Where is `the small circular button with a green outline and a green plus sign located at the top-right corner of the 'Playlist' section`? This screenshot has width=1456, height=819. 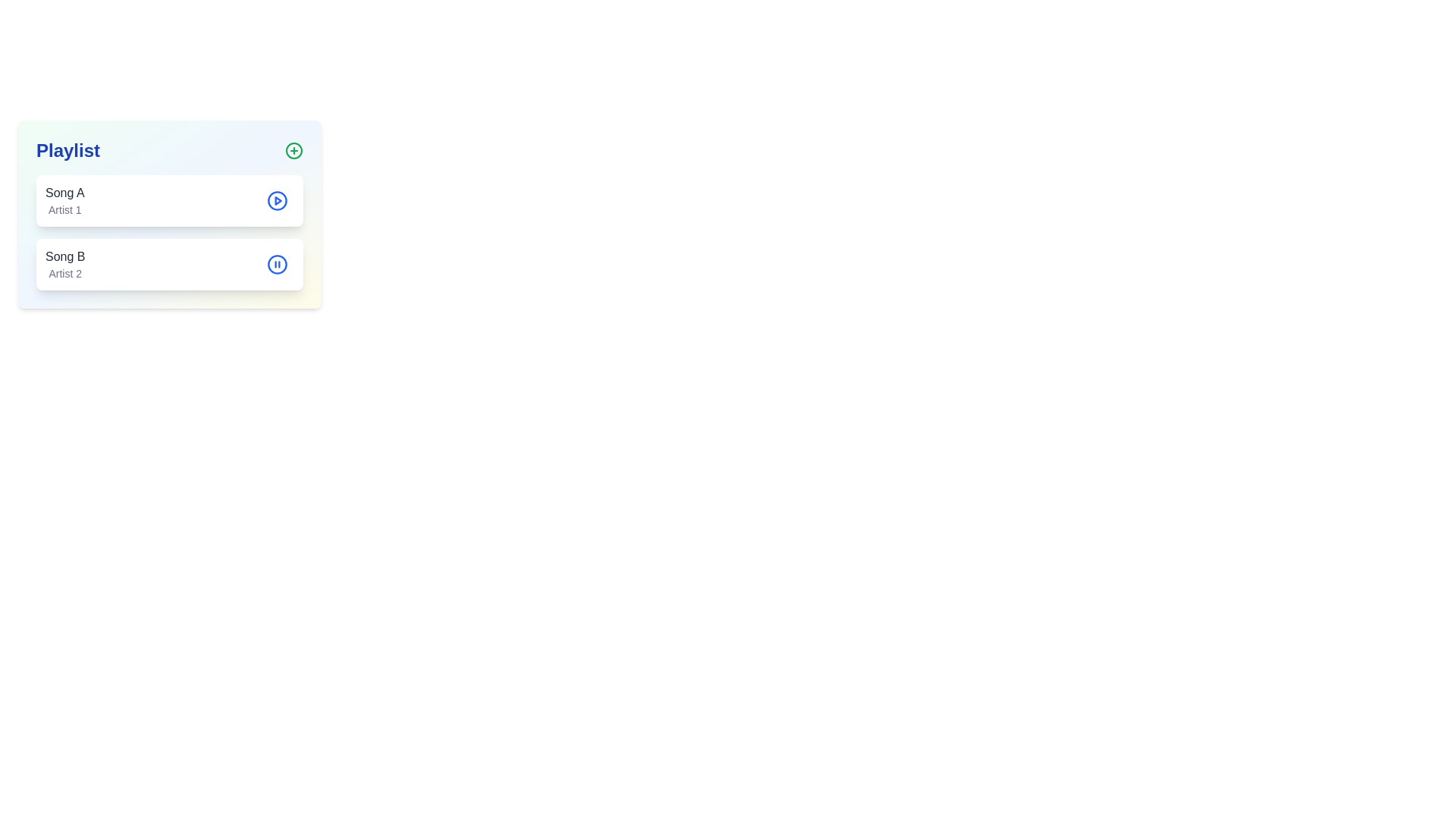 the small circular button with a green outline and a green plus sign located at the top-right corner of the 'Playlist' section is located at coordinates (294, 151).